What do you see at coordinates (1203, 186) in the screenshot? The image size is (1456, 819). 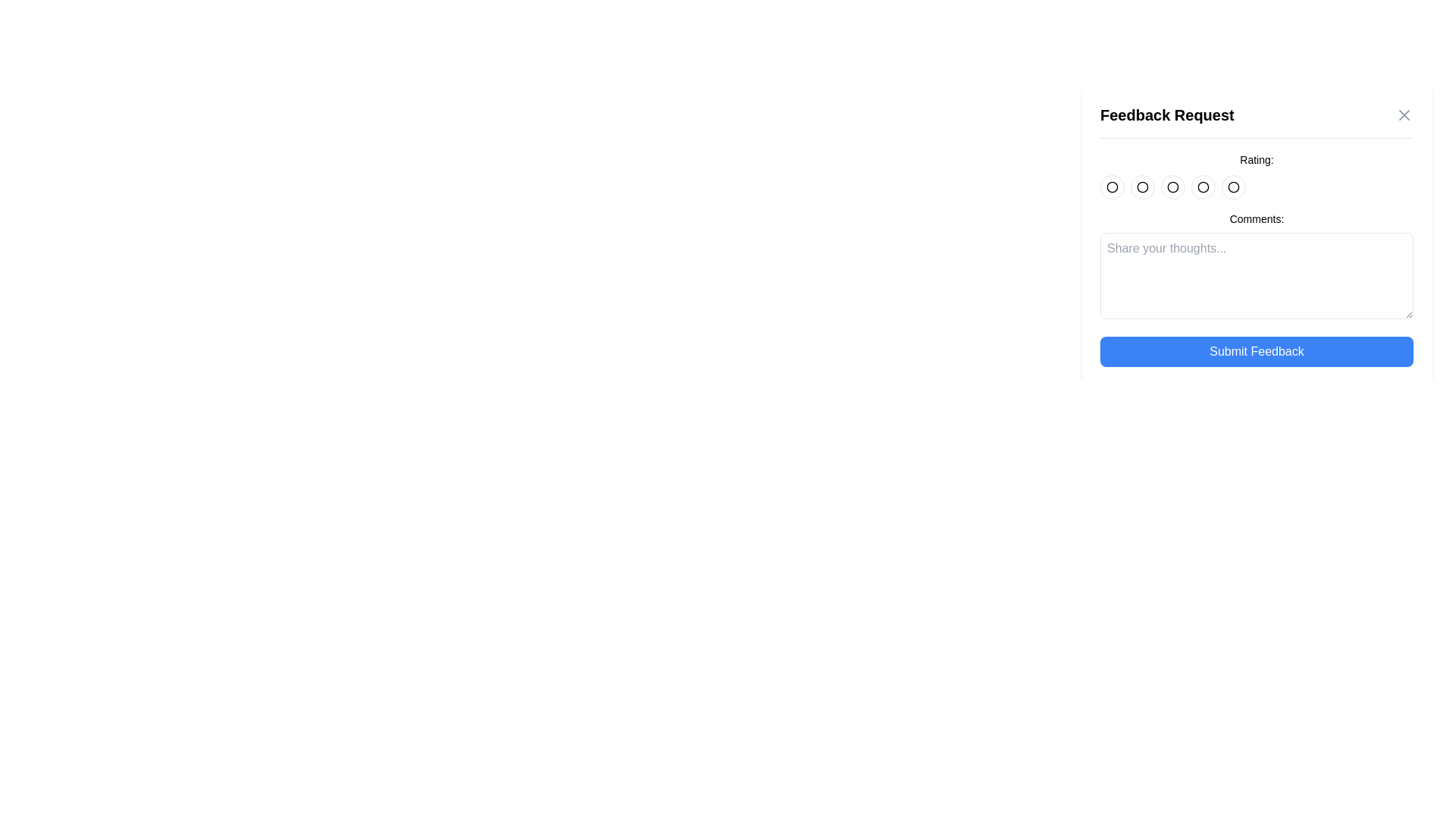 I see `the fourth circle icon in the feedback section` at bounding box center [1203, 186].